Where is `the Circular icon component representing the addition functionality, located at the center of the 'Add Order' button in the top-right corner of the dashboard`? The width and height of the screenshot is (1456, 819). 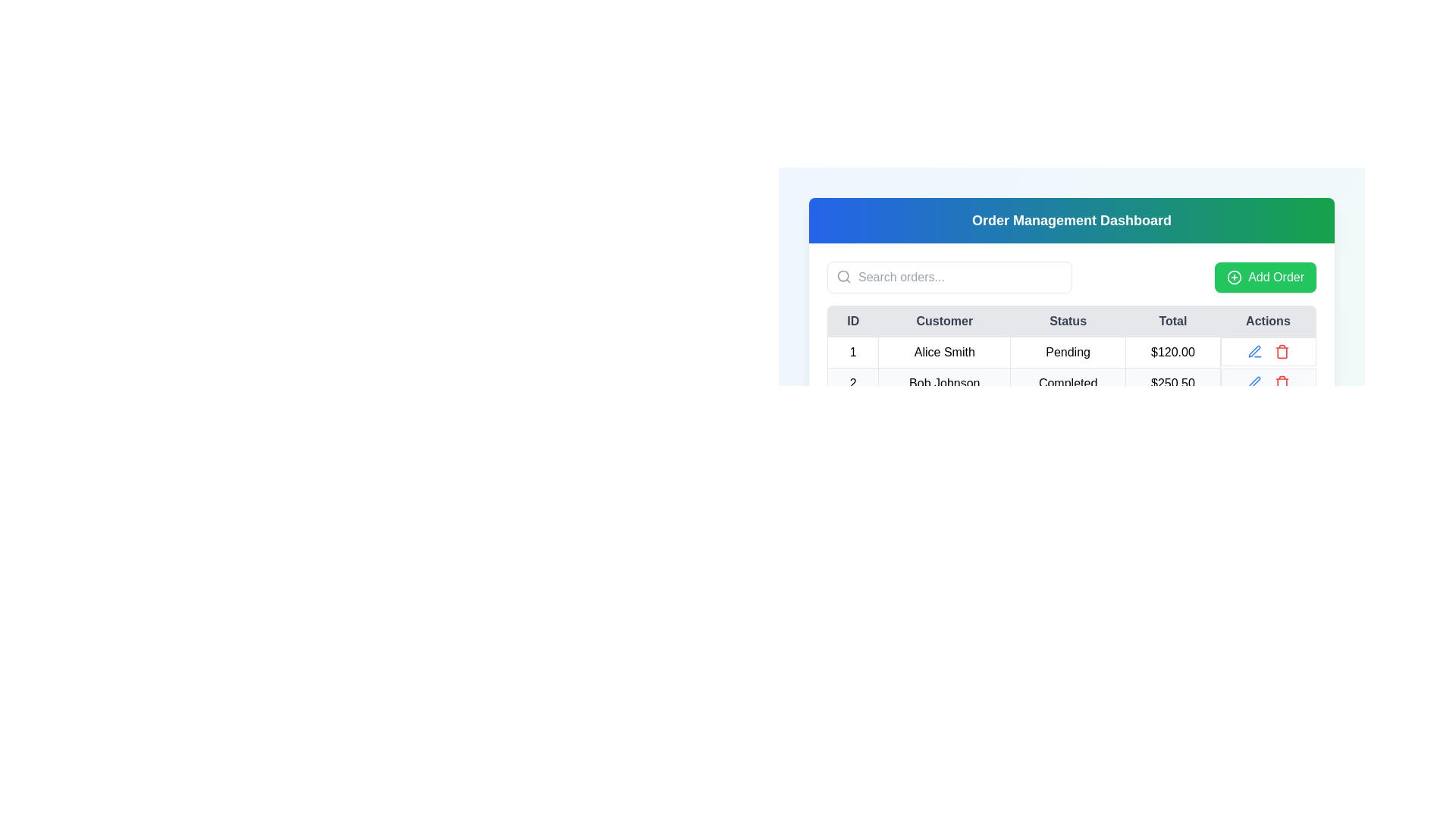
the Circular icon component representing the addition functionality, located at the center of the 'Add Order' button in the top-right corner of the dashboard is located at coordinates (1235, 278).